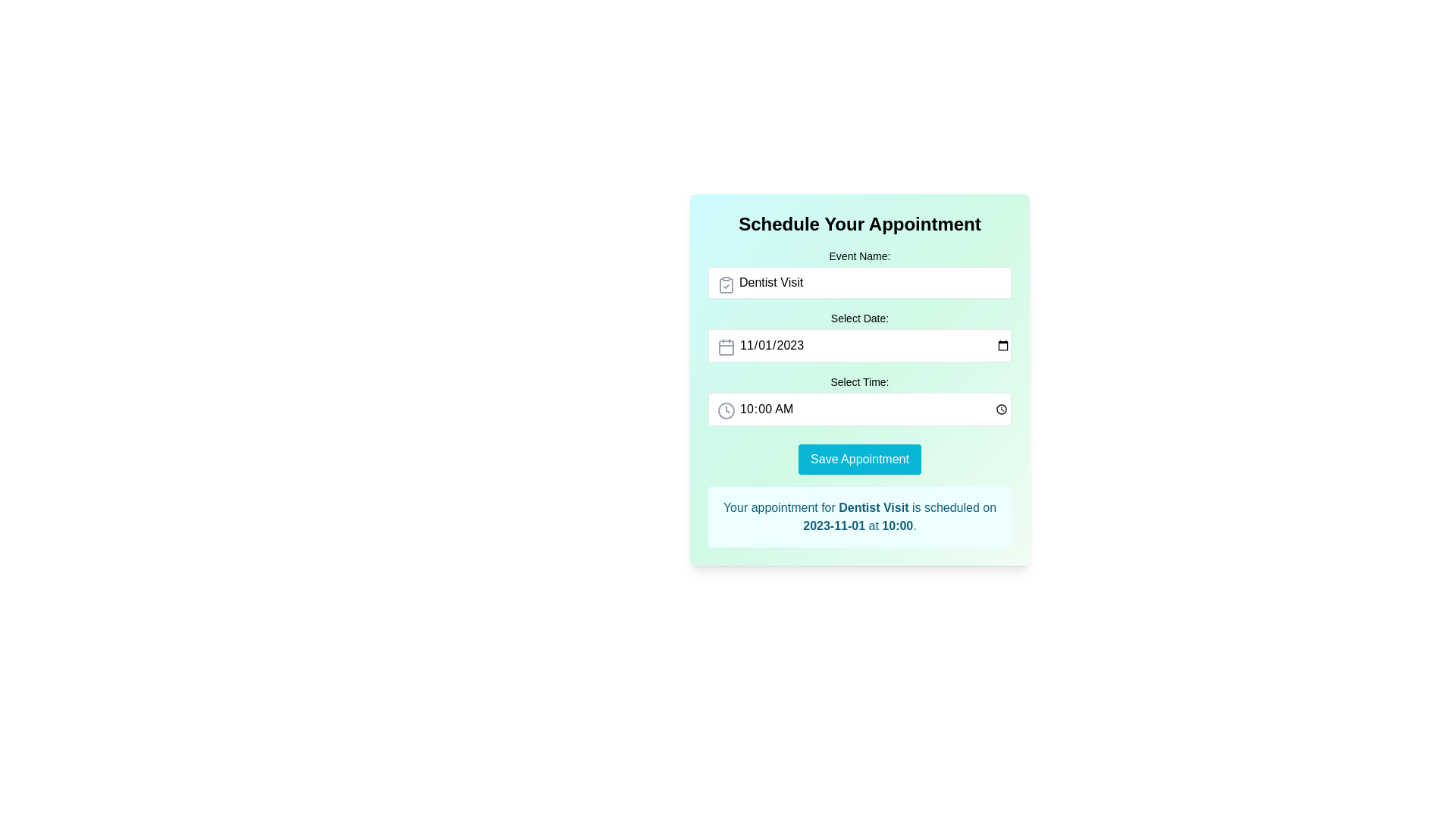  Describe the element at coordinates (859, 283) in the screenshot. I see `all text in the text input field styled with rounded corners and a border, which currently contains the text 'Dentist Visit' and is located directly below the label 'Event Name:'` at that location.